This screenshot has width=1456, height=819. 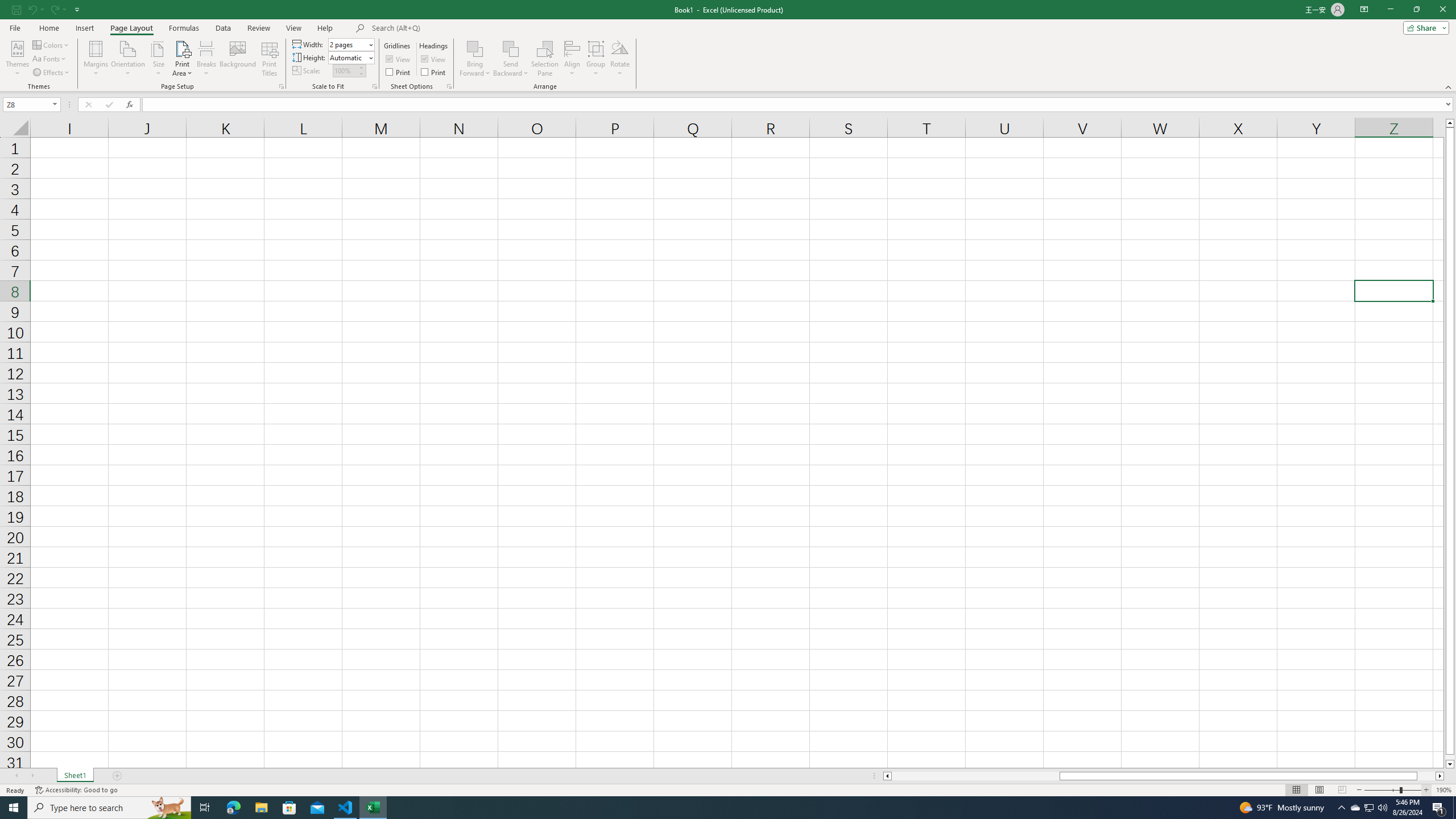 I want to click on 'Data', so click(x=222, y=28).